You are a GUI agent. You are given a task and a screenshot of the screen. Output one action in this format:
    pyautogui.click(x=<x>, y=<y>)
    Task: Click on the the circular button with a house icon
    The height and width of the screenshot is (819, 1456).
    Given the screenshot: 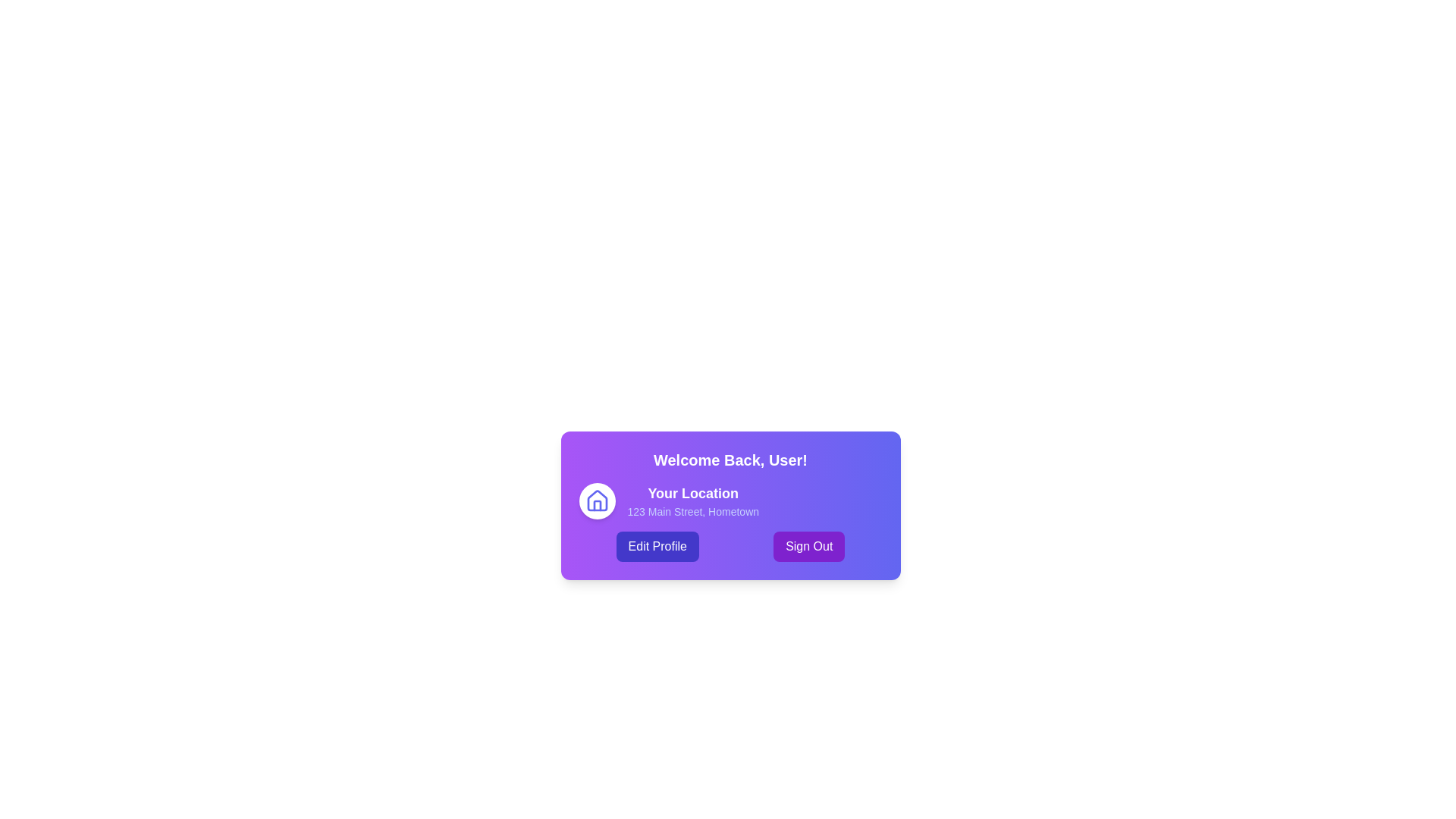 What is the action you would take?
    pyautogui.click(x=596, y=500)
    